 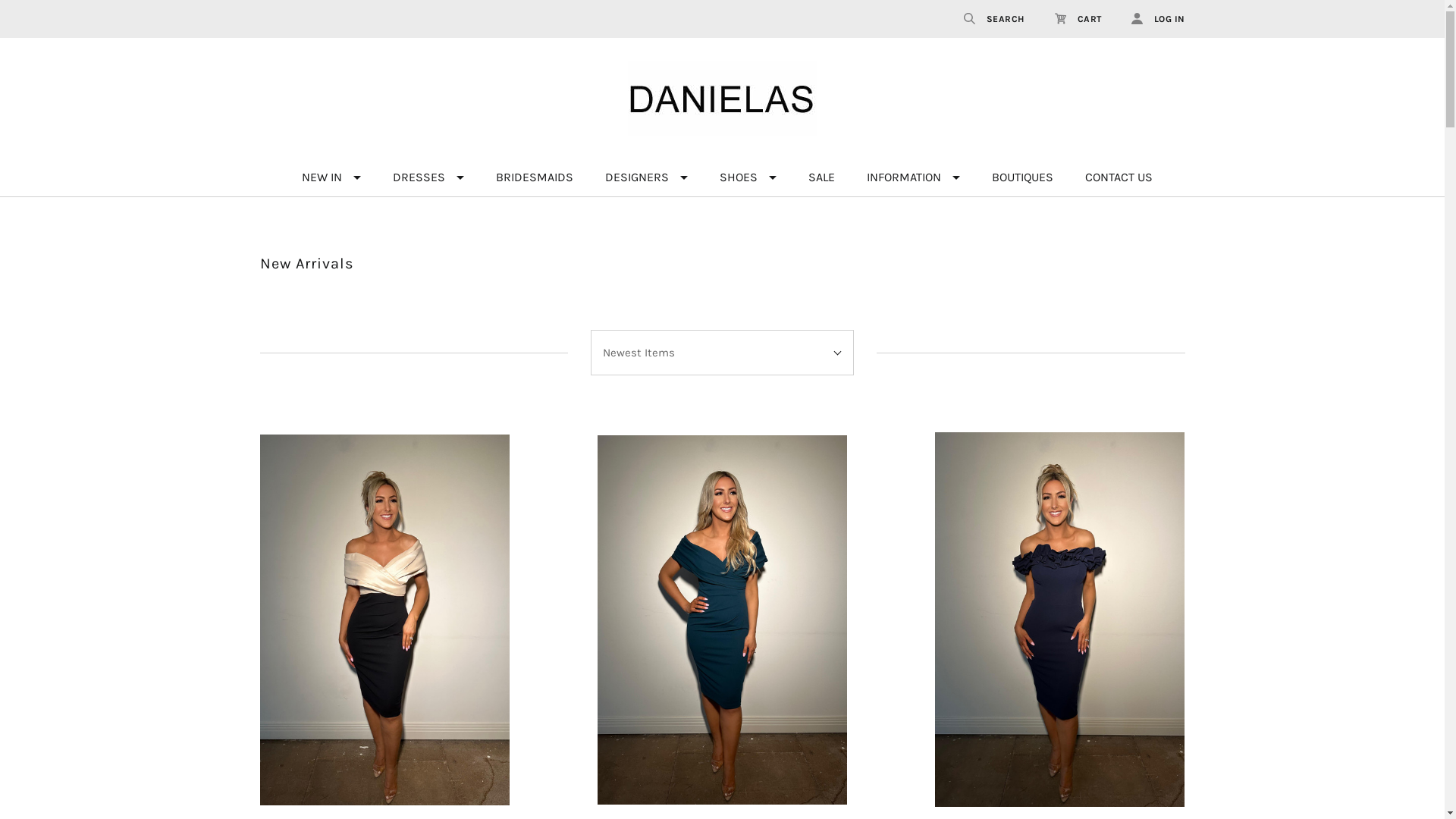 I want to click on 'INFORMATION', so click(x=855, y=177).